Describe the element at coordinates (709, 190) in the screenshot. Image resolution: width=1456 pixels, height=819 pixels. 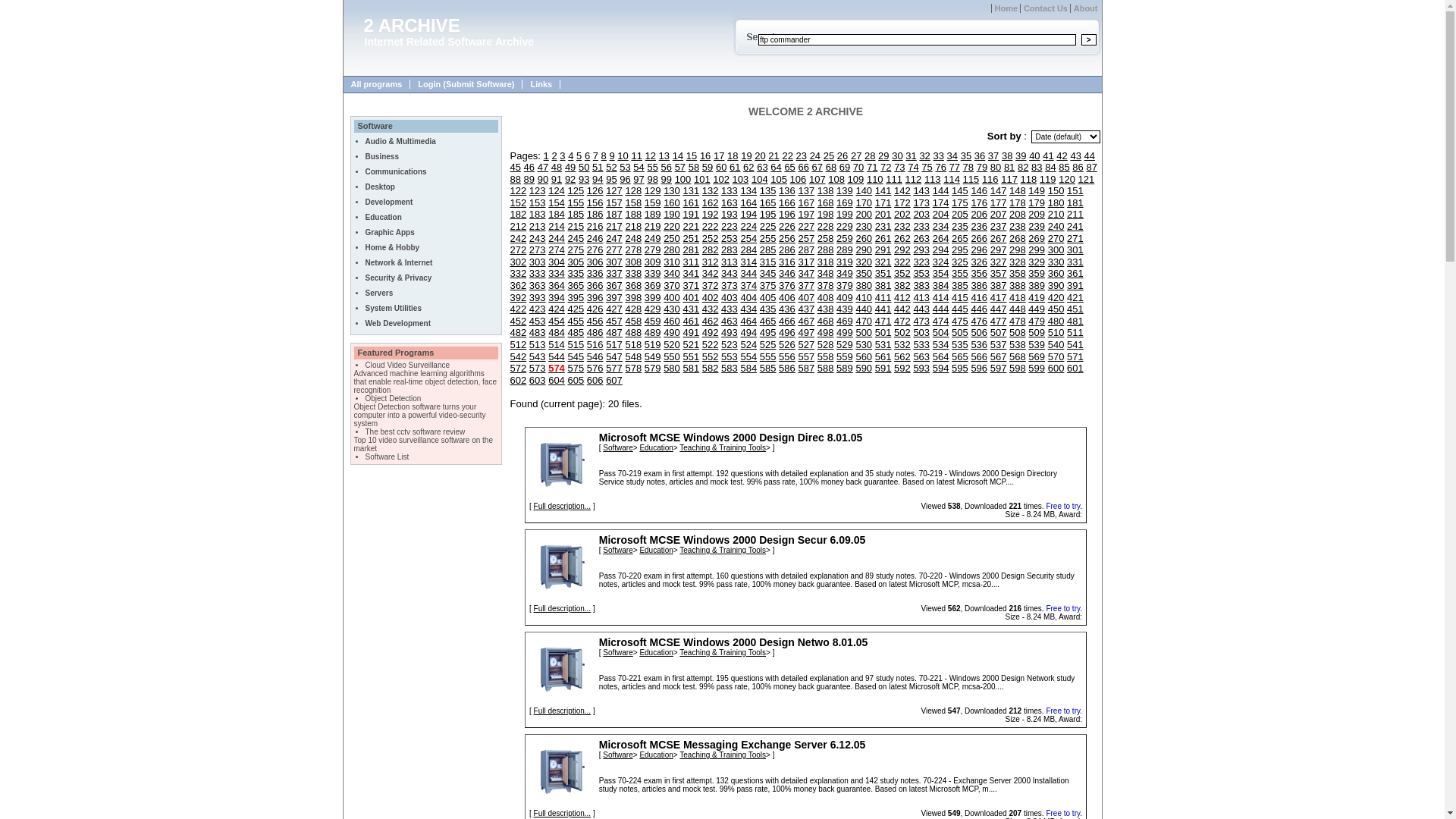
I see `'132'` at that location.